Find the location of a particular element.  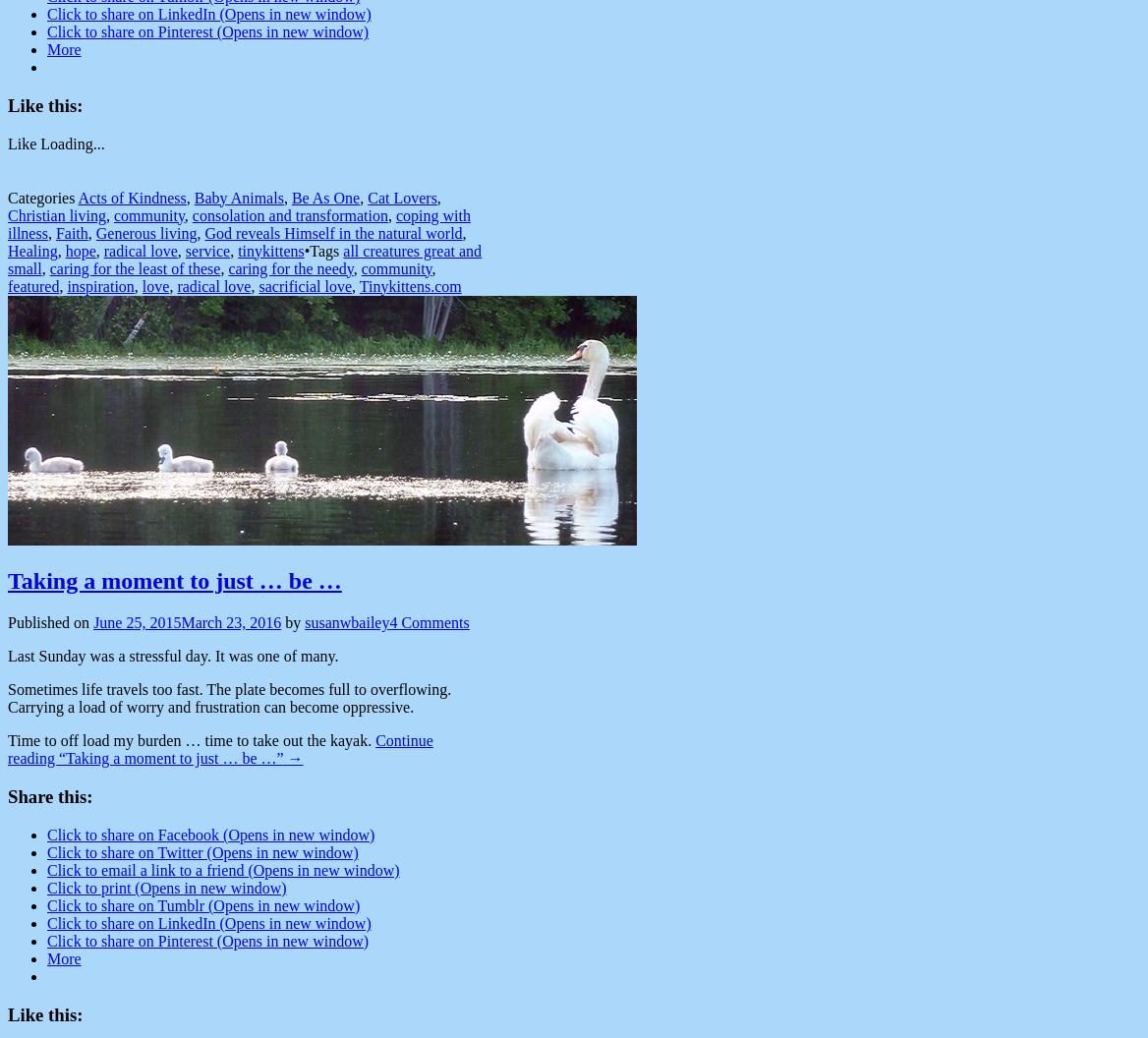

'Click to share on Facebook (Opens in new window)' is located at coordinates (210, 834).